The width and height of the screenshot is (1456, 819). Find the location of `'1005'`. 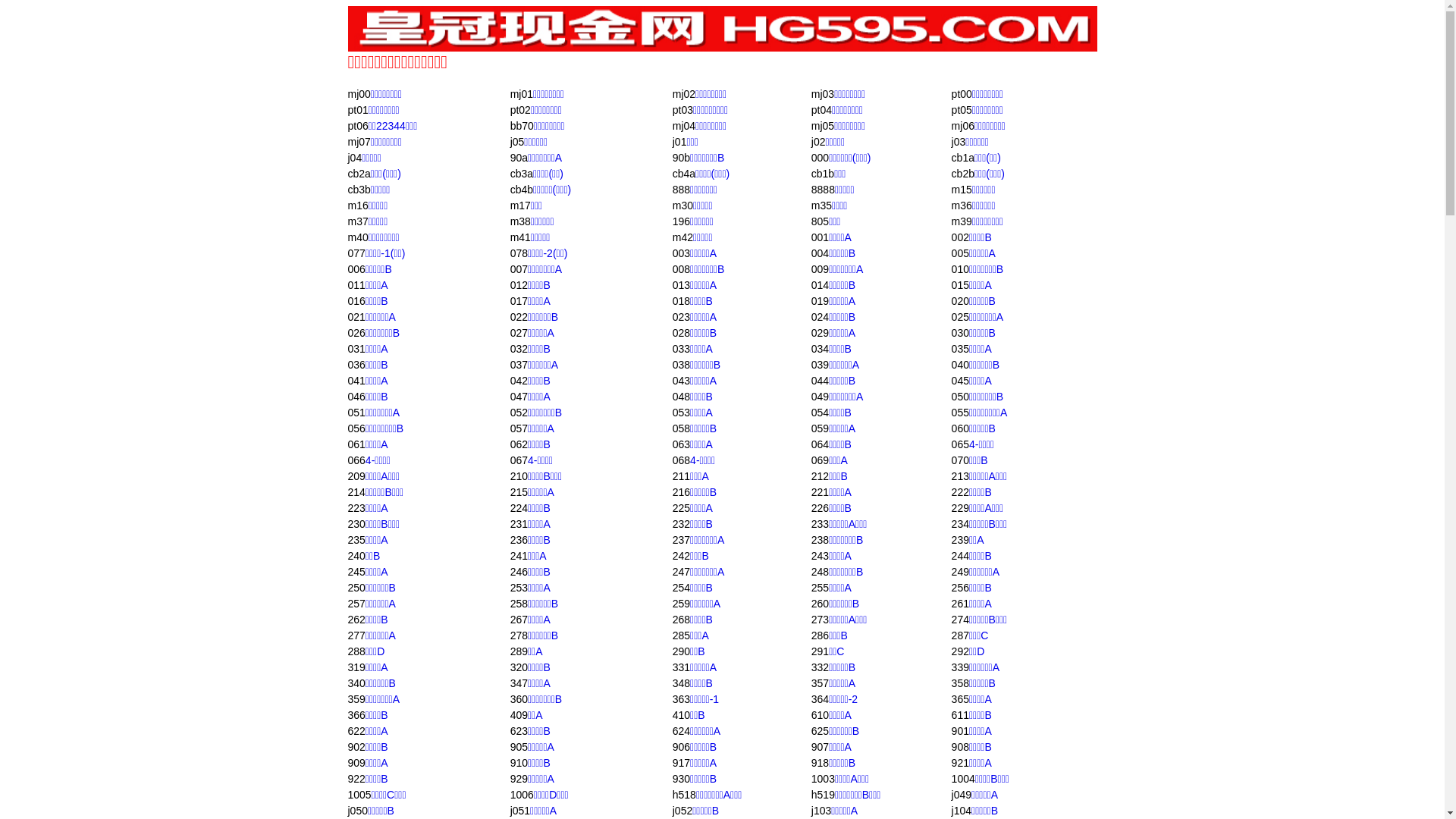

'1005' is located at coordinates (358, 794).